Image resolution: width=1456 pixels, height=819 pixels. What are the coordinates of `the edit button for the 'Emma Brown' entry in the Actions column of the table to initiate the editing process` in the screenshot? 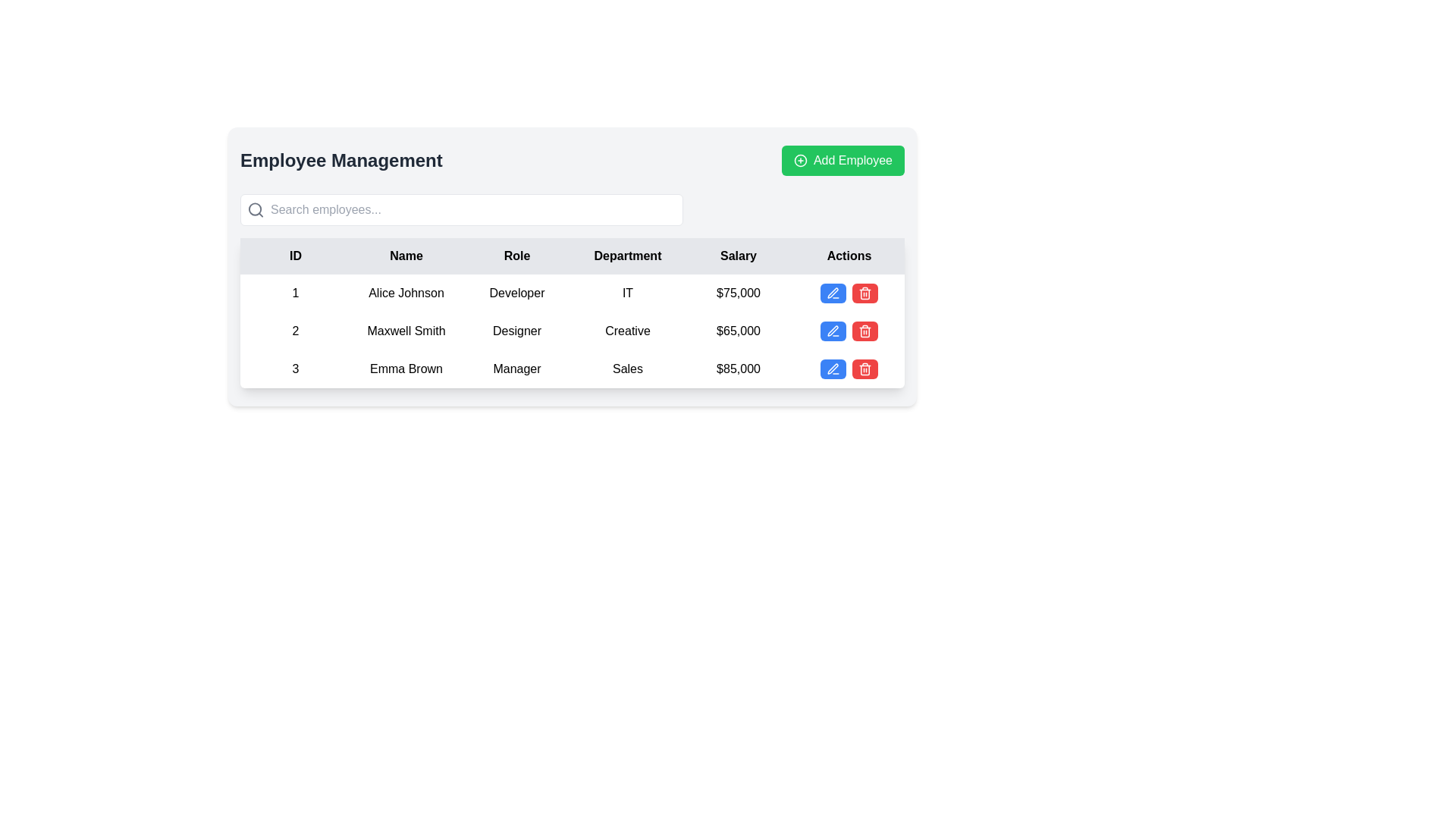 It's located at (833, 369).